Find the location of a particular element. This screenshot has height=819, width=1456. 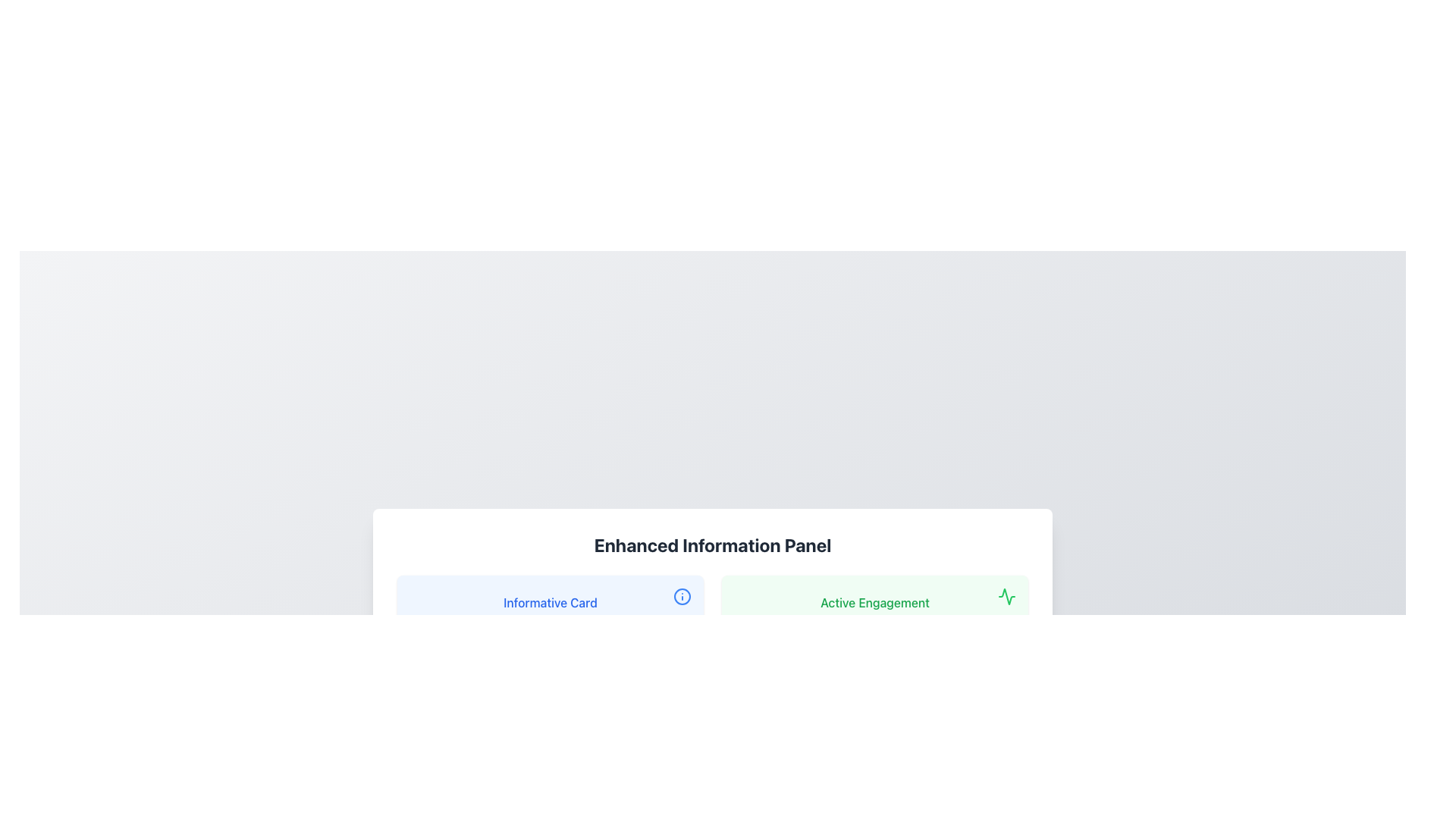

the Information Card located at the bottom left corner of the grid layout, which provides access to validation tools for content verification is located at coordinates (549, 739).